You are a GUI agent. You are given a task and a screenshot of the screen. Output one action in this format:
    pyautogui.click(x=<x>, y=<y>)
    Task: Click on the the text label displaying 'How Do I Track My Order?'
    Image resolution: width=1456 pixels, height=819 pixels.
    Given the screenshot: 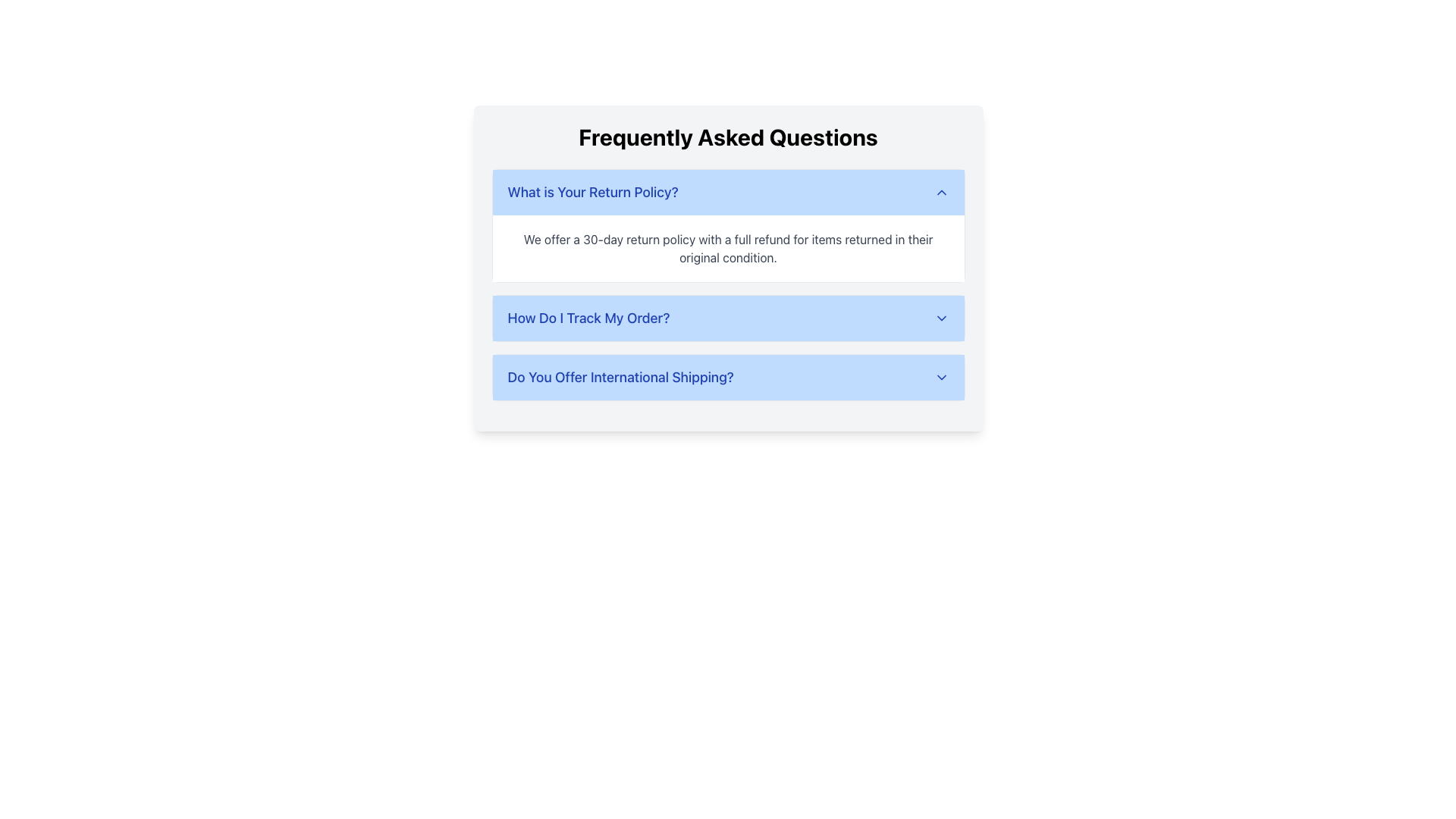 What is the action you would take?
    pyautogui.click(x=588, y=318)
    